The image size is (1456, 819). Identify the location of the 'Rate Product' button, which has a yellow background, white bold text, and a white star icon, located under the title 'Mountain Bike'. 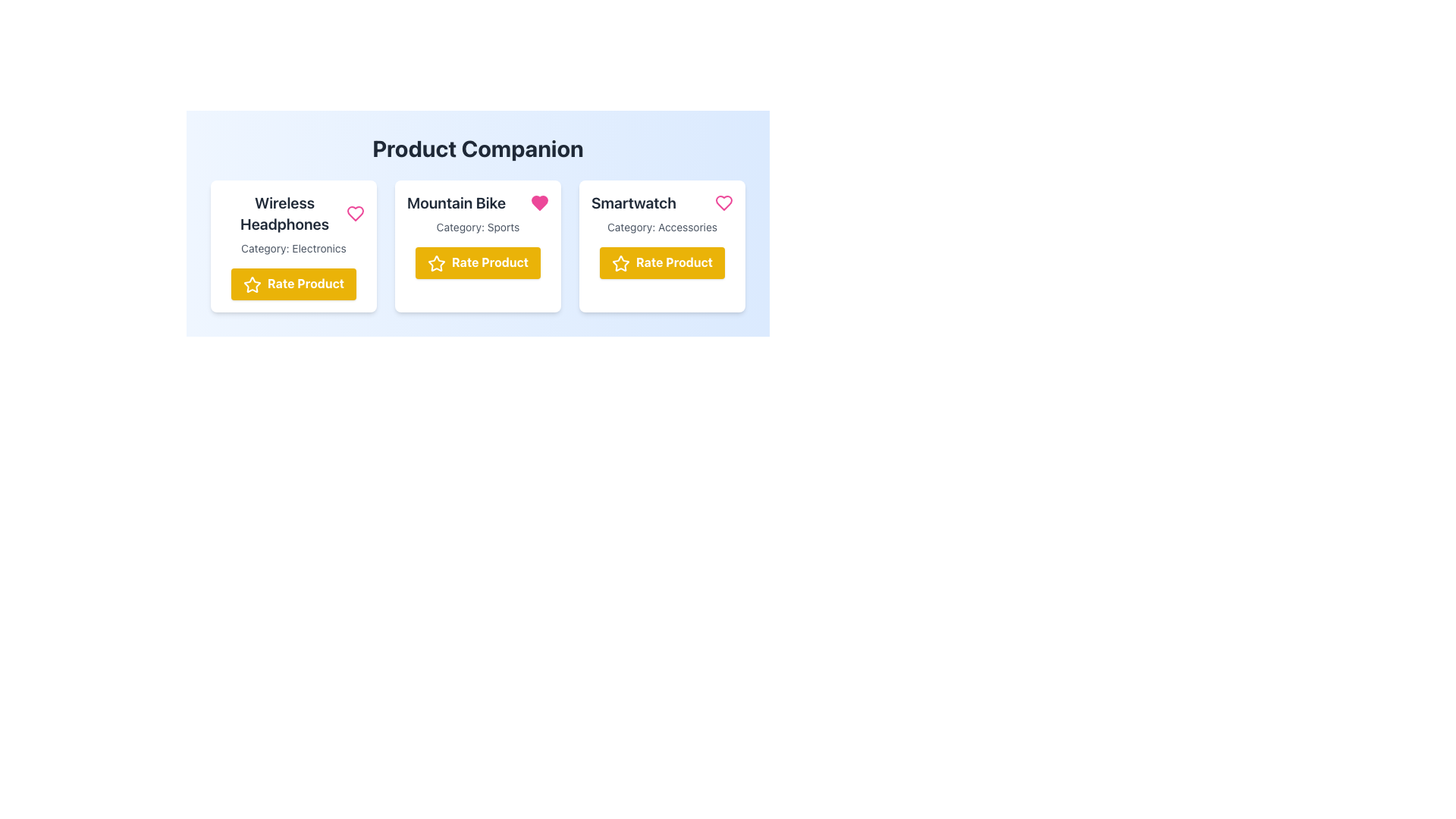
(477, 262).